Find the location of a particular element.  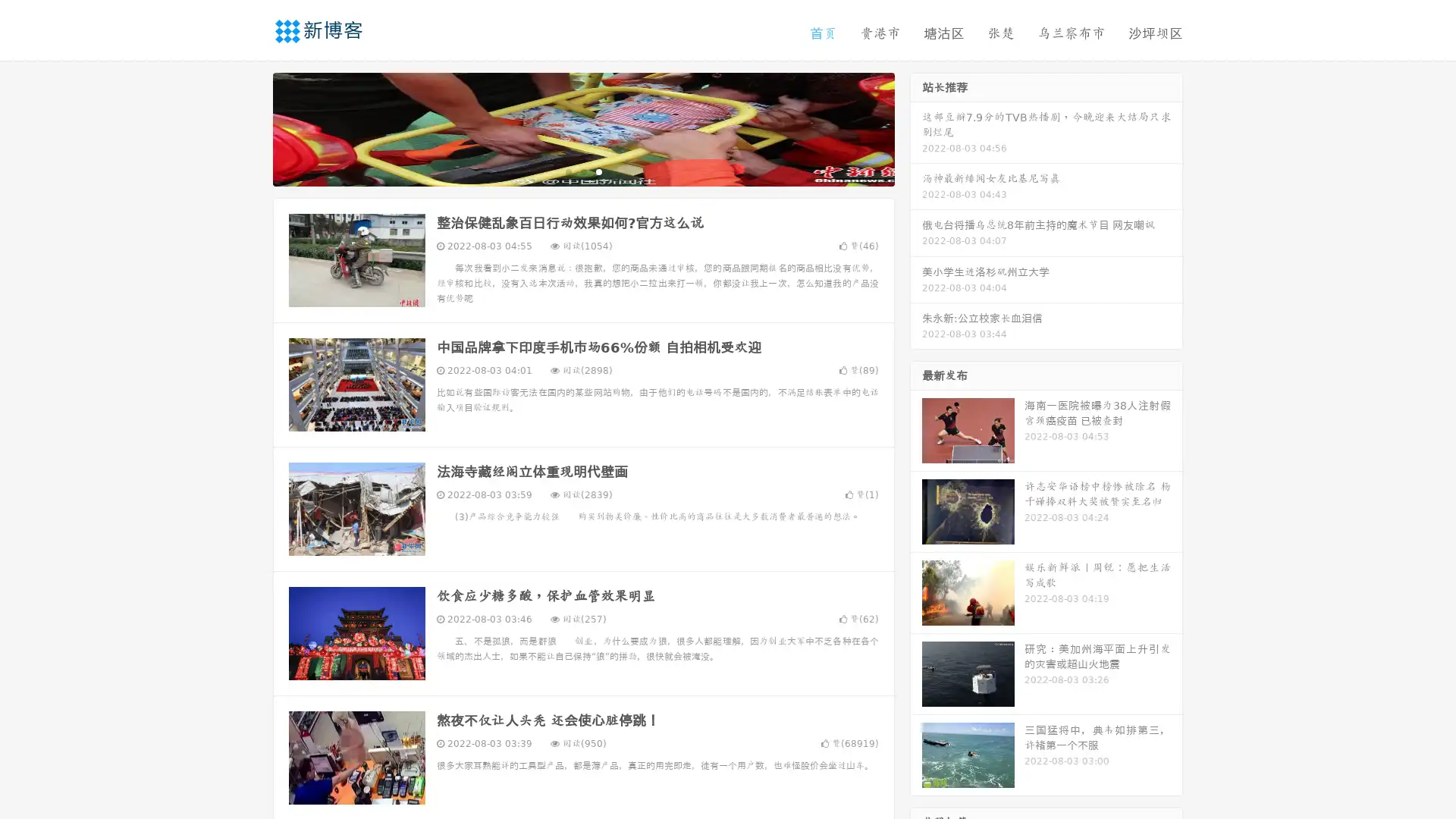

Go to slide 1 is located at coordinates (567, 171).